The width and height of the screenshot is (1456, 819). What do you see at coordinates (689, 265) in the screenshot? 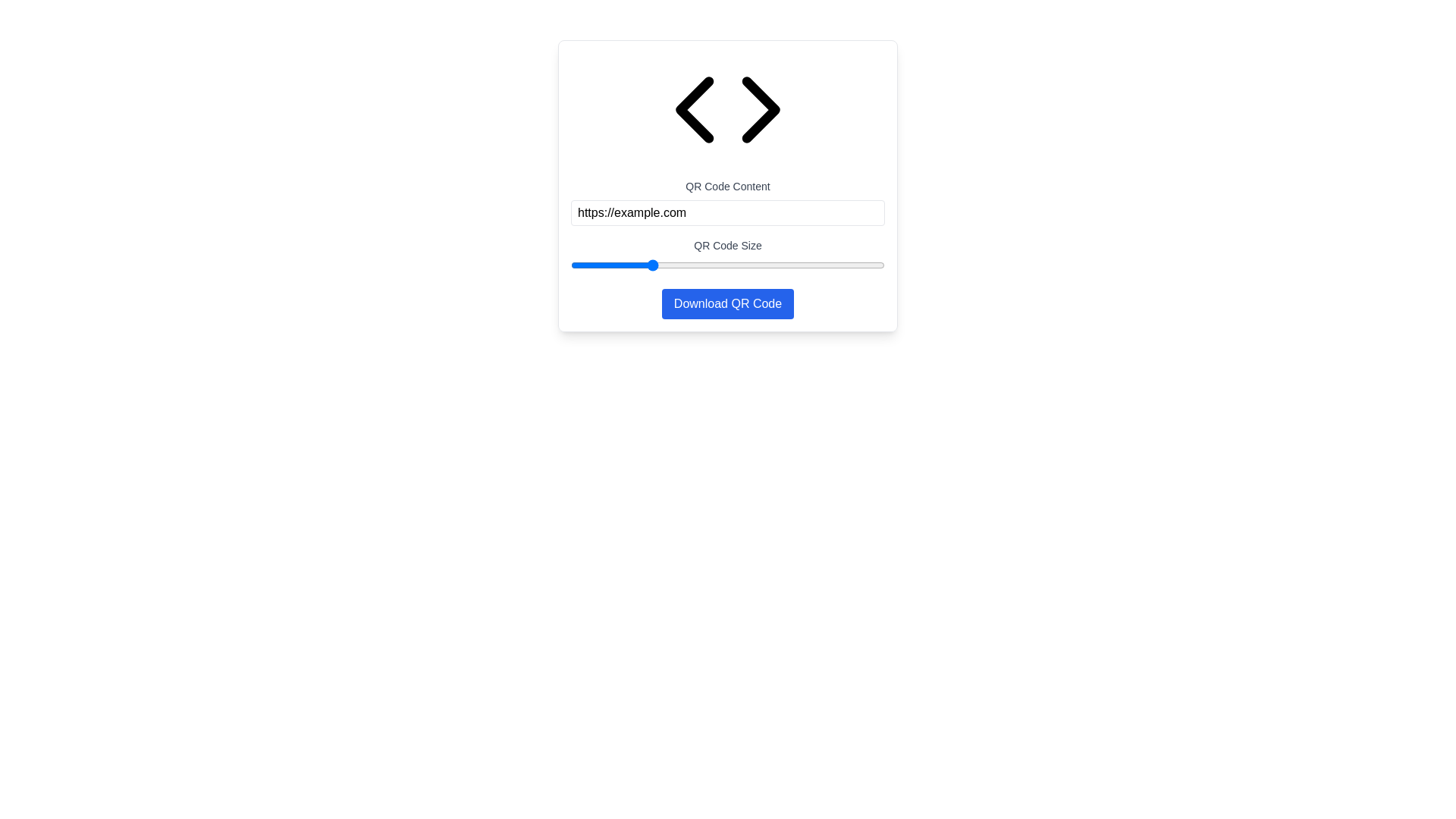
I see `the QR code size` at bounding box center [689, 265].